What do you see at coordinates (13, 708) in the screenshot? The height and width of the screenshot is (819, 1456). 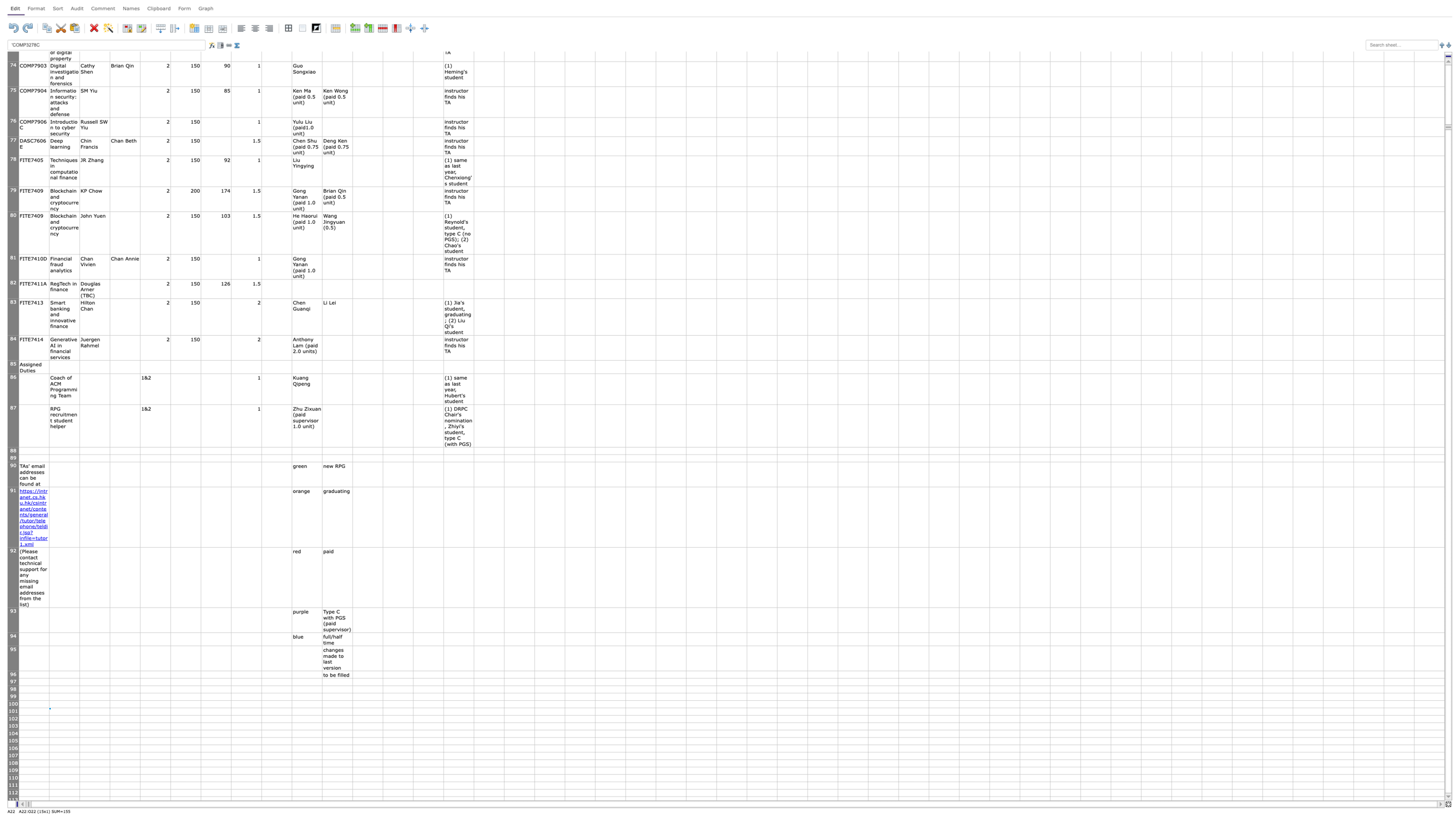 I see `row 100's header bottom edge for resizing` at bounding box center [13, 708].